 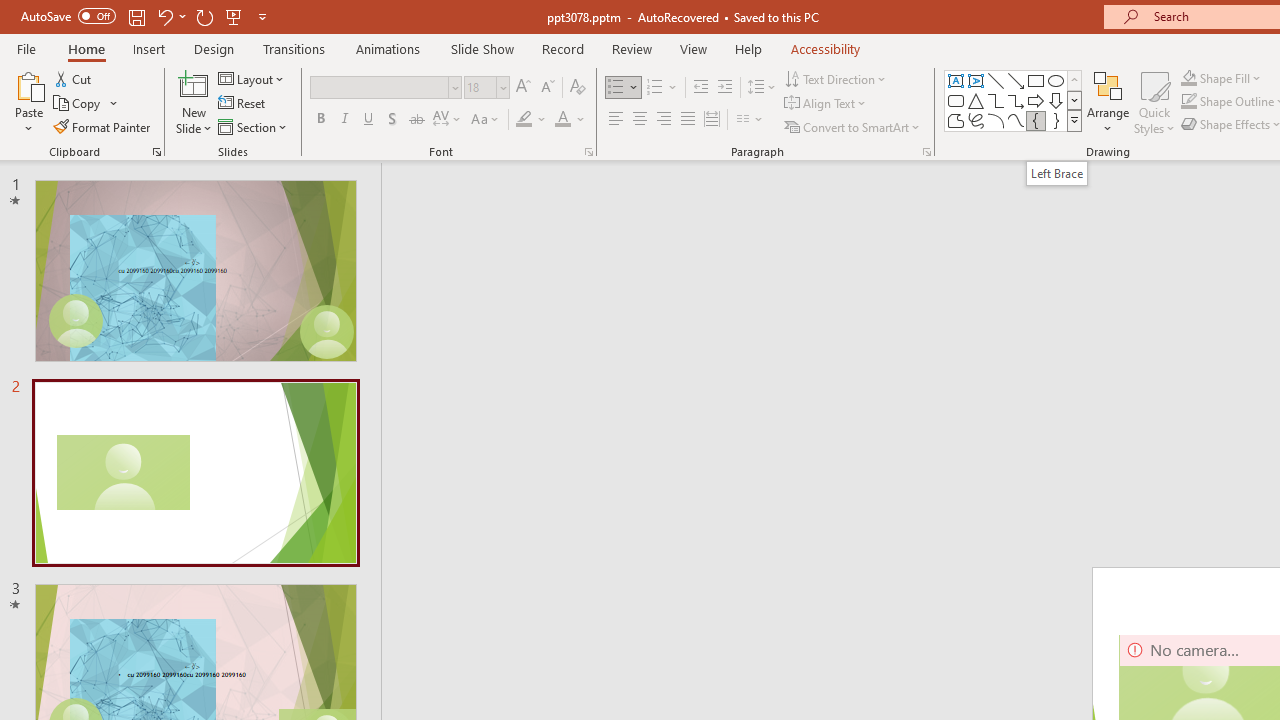 What do you see at coordinates (925, 150) in the screenshot?
I see `'Paragraph...'` at bounding box center [925, 150].